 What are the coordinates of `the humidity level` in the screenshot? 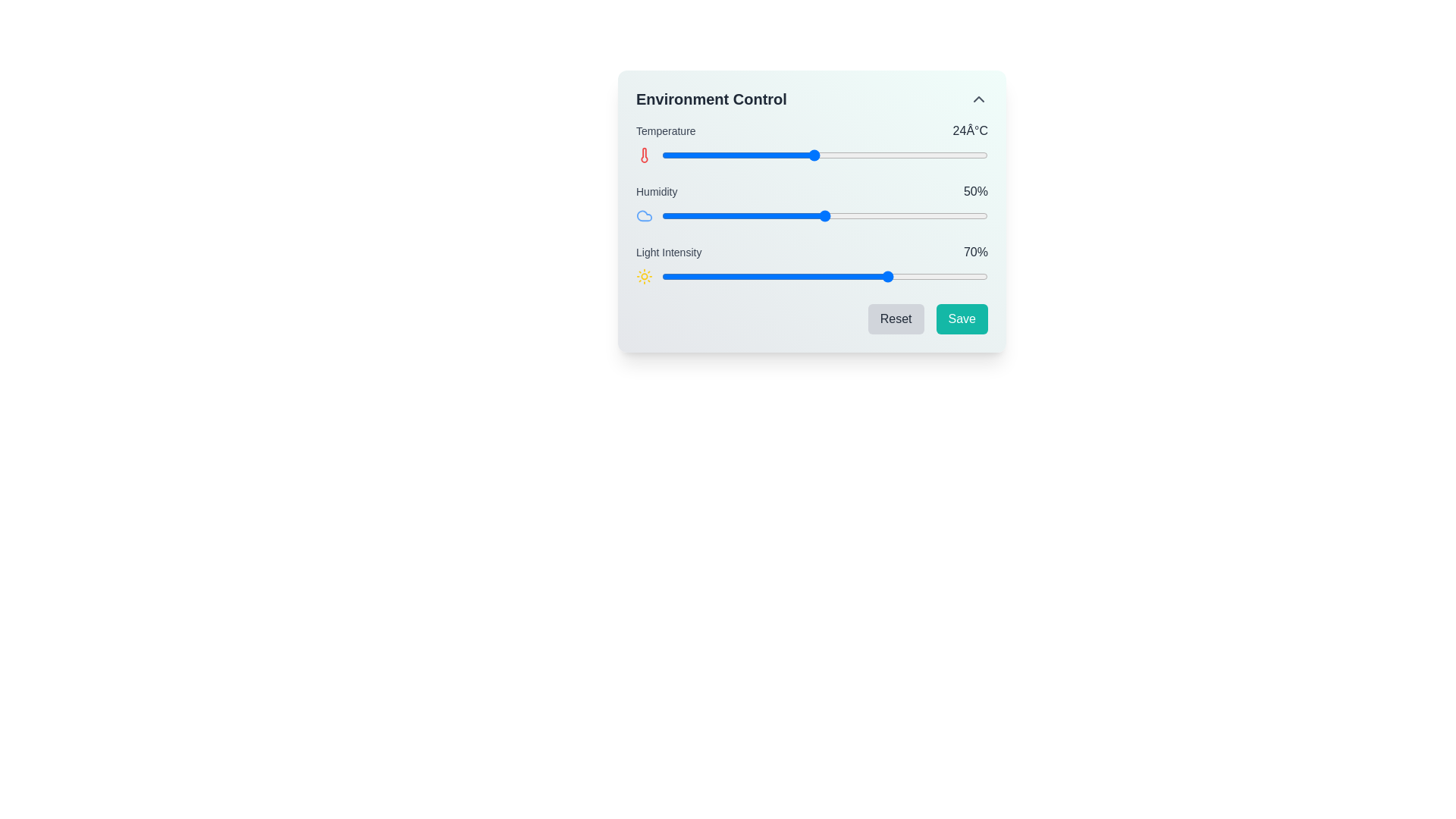 It's located at (674, 216).